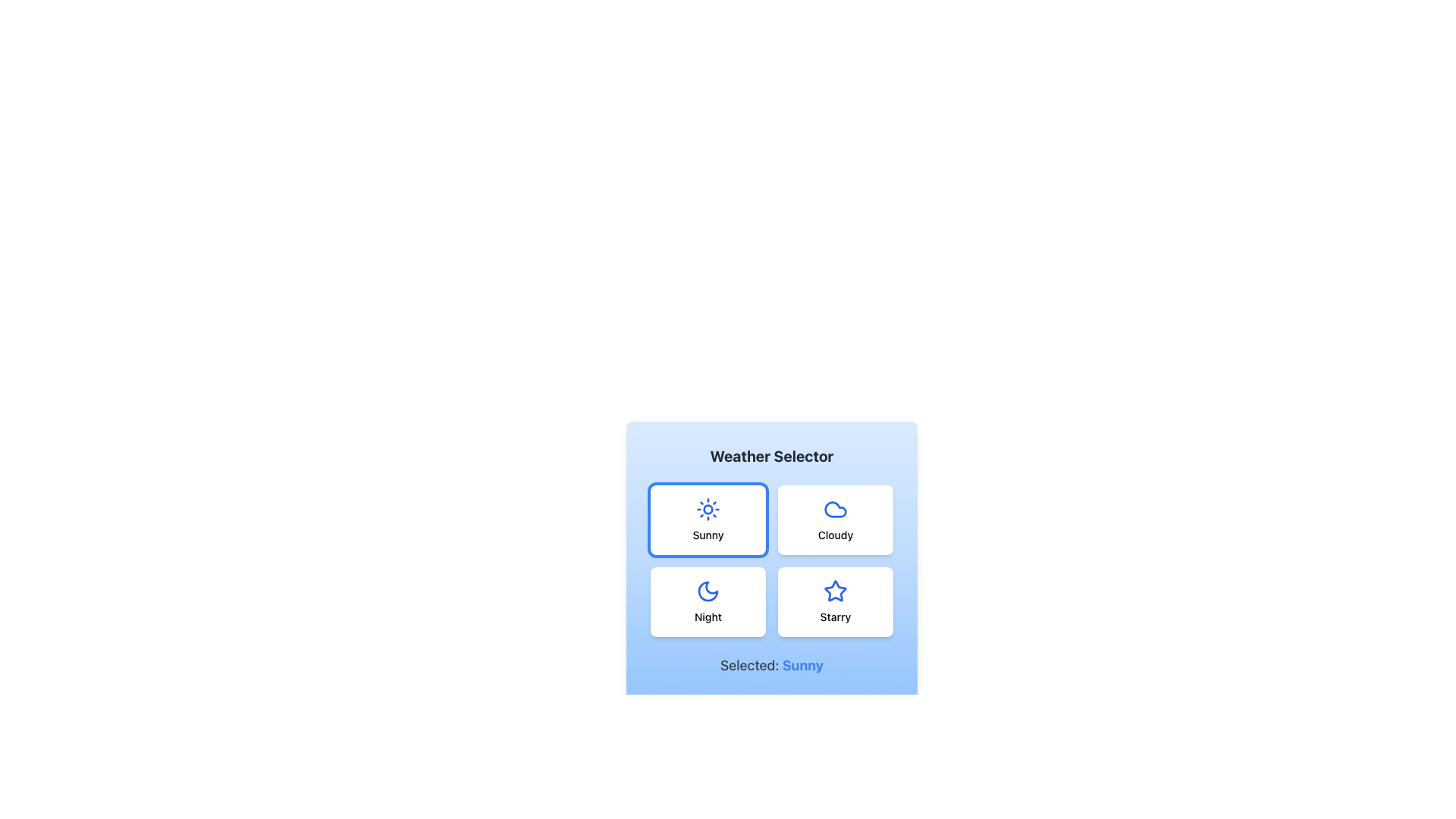 The width and height of the screenshot is (1456, 819). I want to click on the cloud icon within the 'Cloudy' button located in the second column and first row of the four-button grid under 'Weather Selector', so click(835, 509).